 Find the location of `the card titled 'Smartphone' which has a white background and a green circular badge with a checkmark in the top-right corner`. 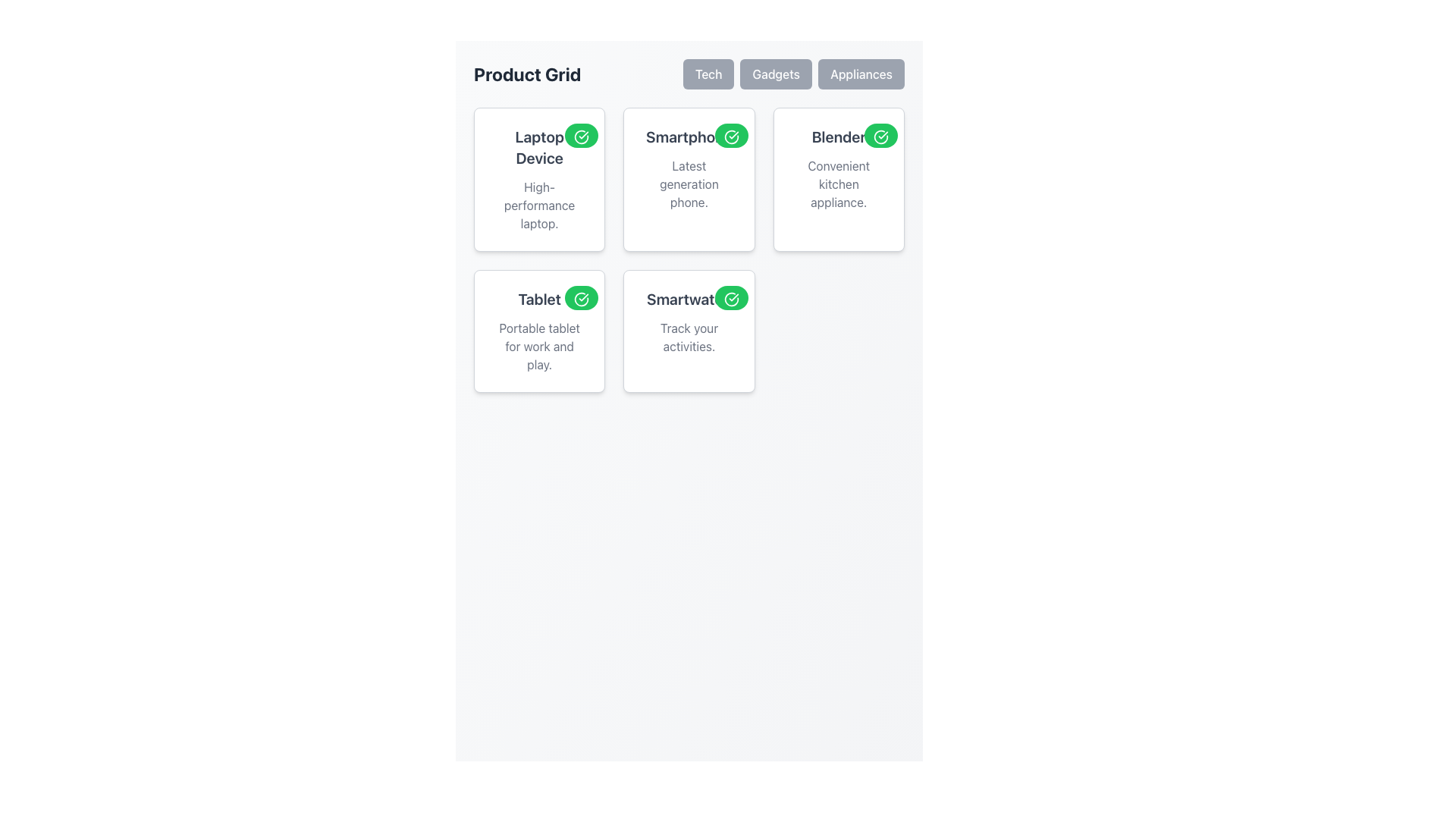

the card titled 'Smartphone' which has a white background and a green circular badge with a checkmark in the top-right corner is located at coordinates (688, 178).